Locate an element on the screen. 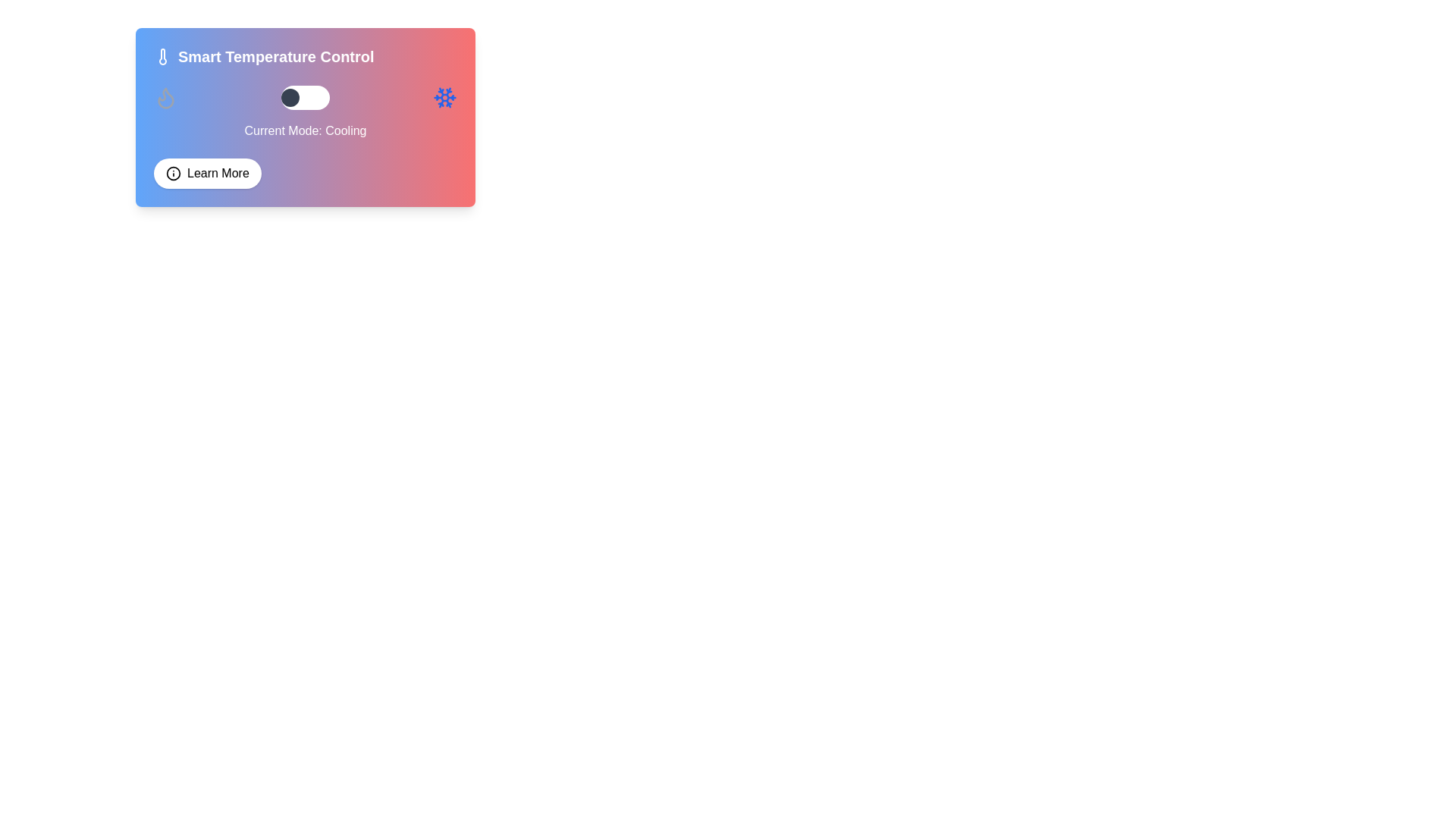 This screenshot has height=819, width=1456. the 'Learn More' button is located at coordinates (206, 172).